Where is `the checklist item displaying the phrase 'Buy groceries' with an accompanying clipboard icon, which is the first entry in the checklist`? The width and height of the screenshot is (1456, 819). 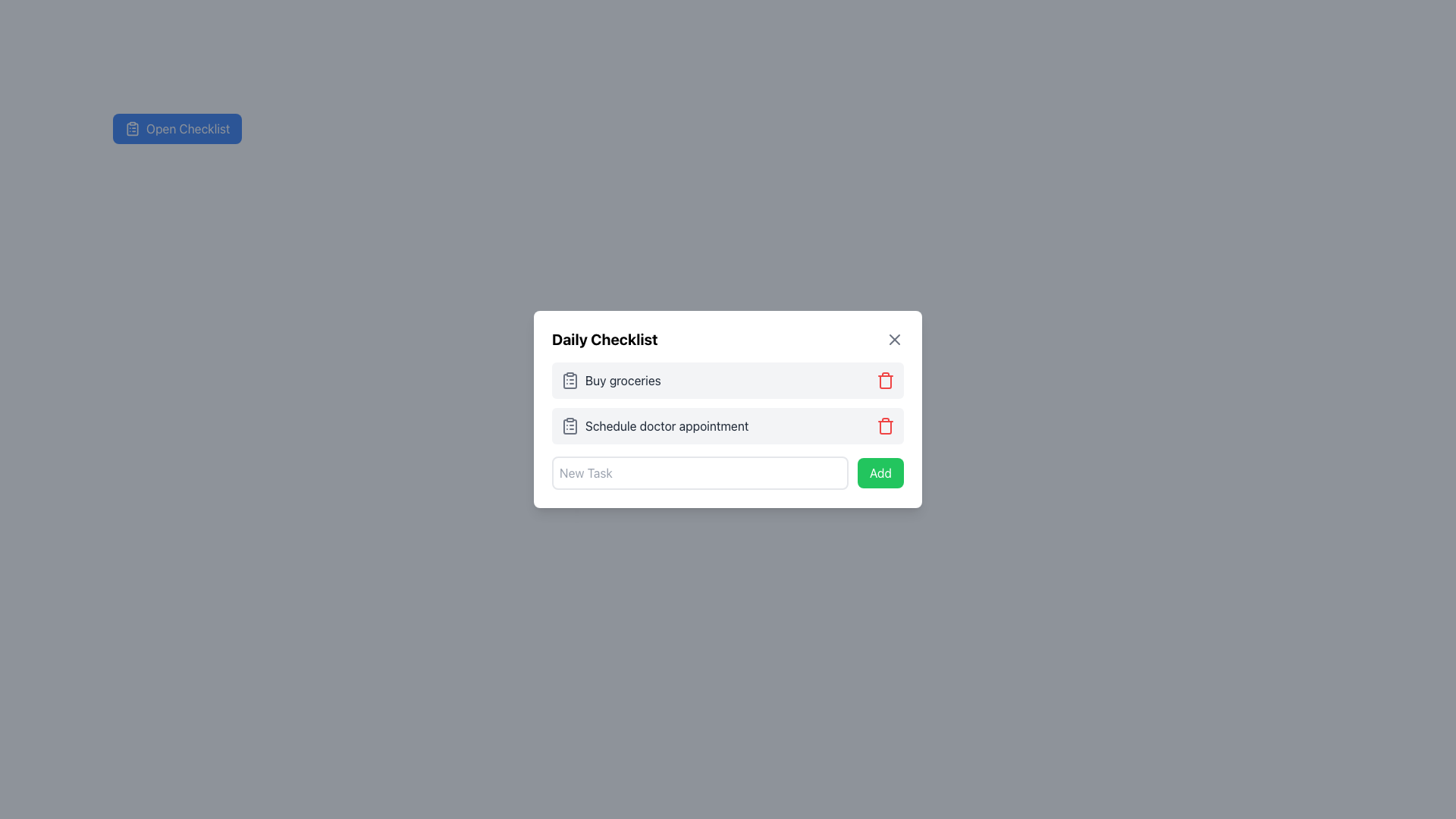
the checklist item displaying the phrase 'Buy groceries' with an accompanying clipboard icon, which is the first entry in the checklist is located at coordinates (610, 379).